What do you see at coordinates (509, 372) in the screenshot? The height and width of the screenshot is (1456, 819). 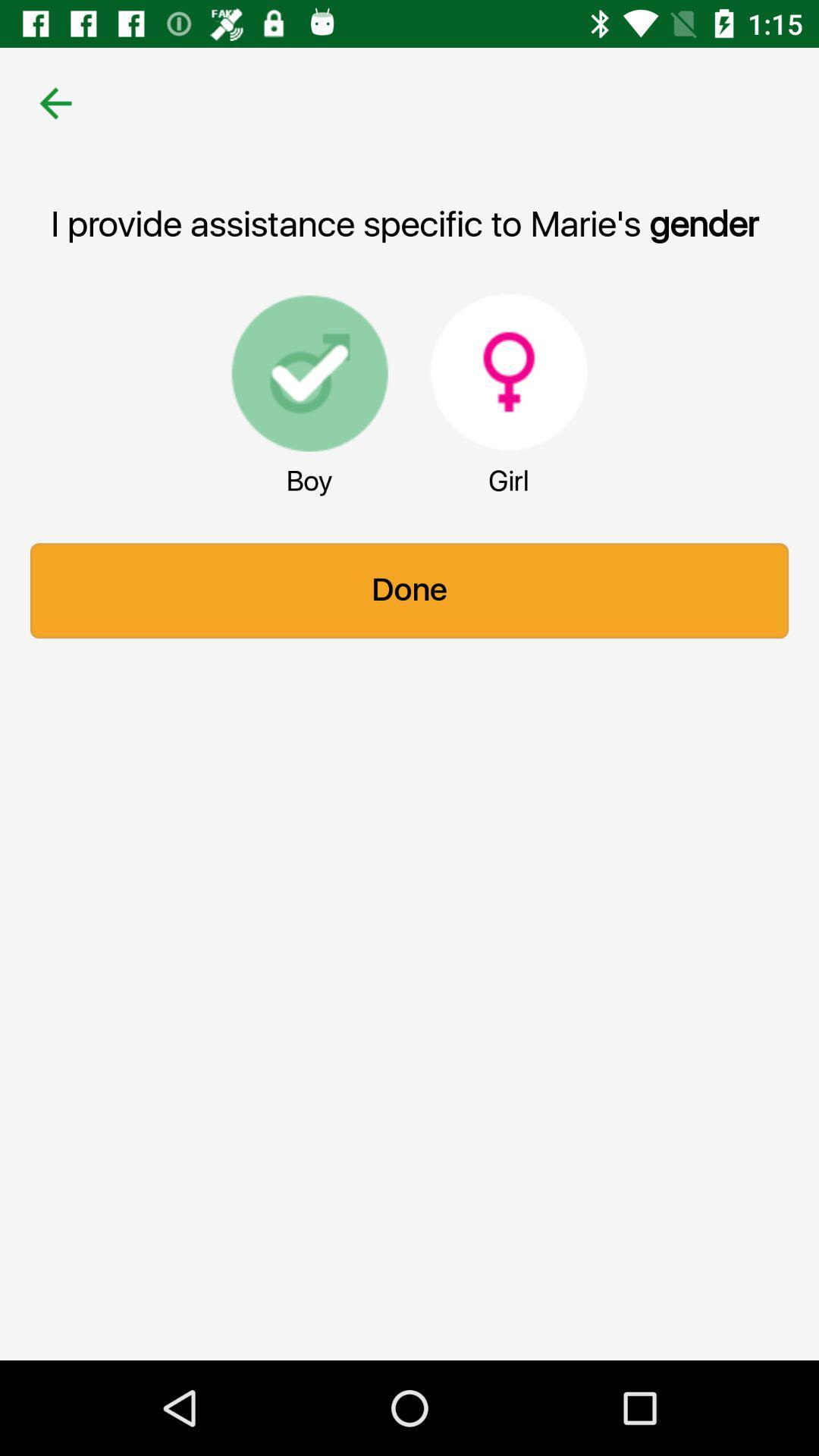 I see `choose the girl option` at bounding box center [509, 372].